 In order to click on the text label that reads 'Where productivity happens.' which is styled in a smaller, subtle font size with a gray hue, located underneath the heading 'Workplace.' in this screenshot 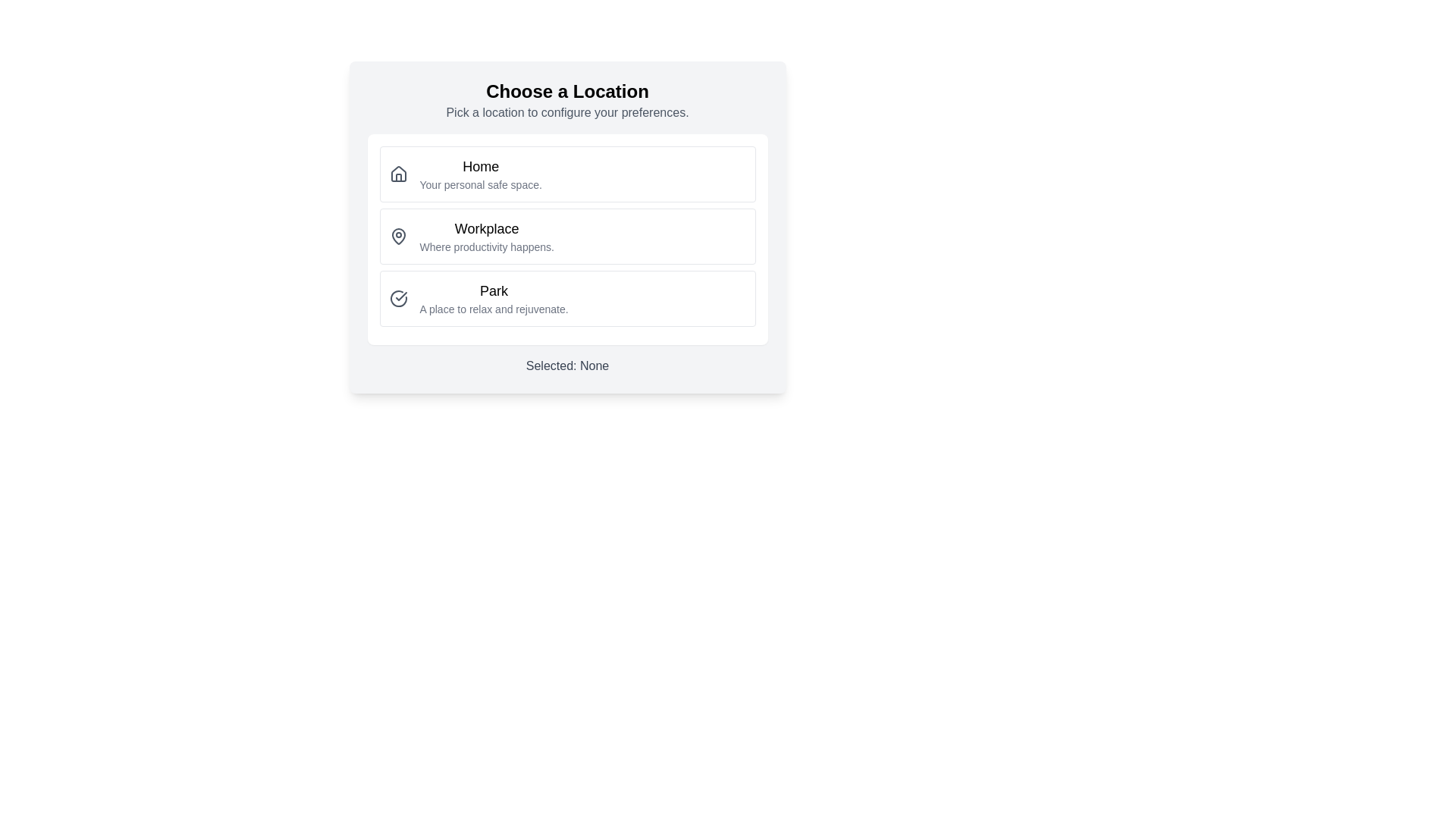, I will do `click(487, 246)`.